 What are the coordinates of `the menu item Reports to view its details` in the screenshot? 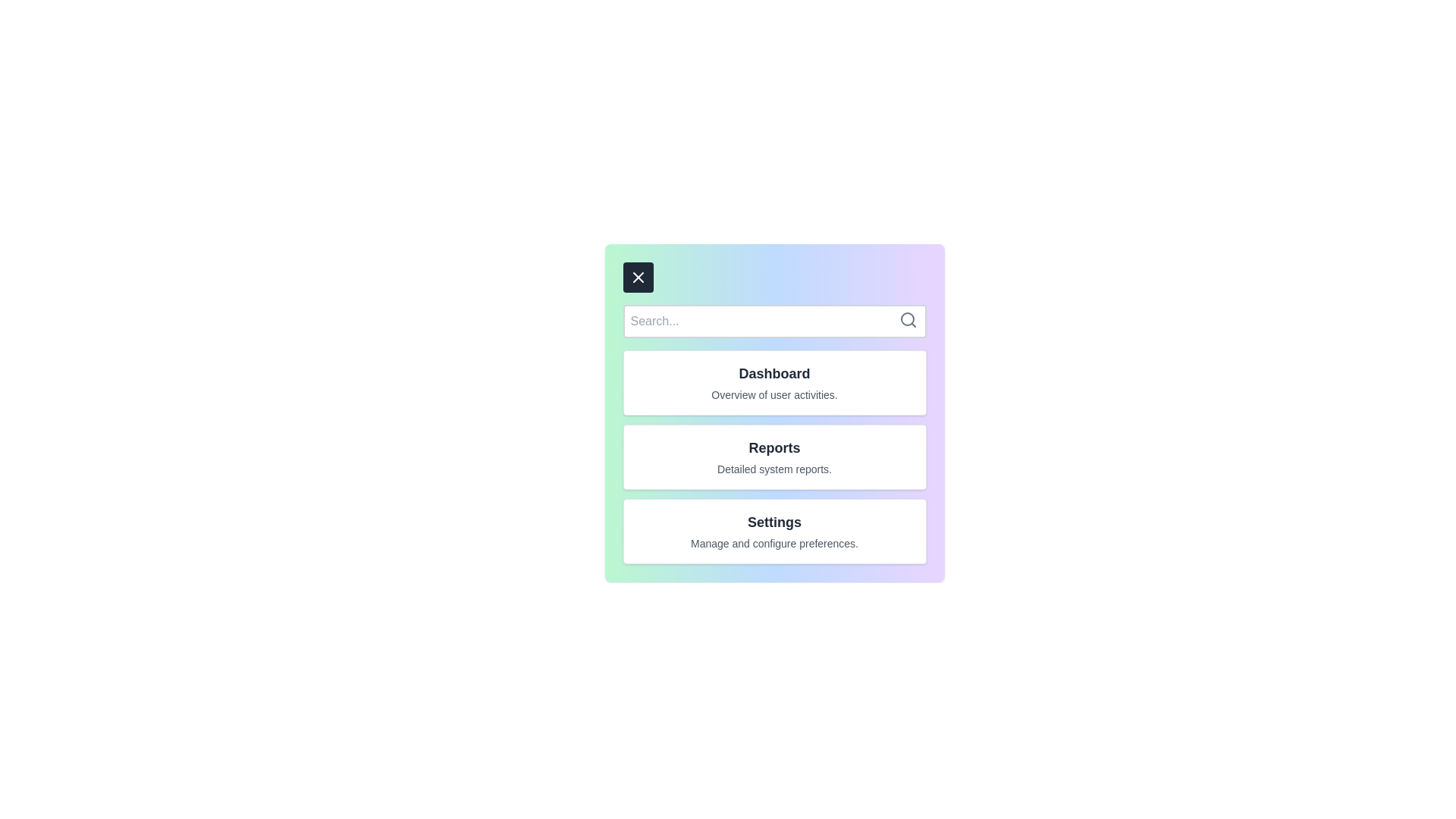 It's located at (774, 456).